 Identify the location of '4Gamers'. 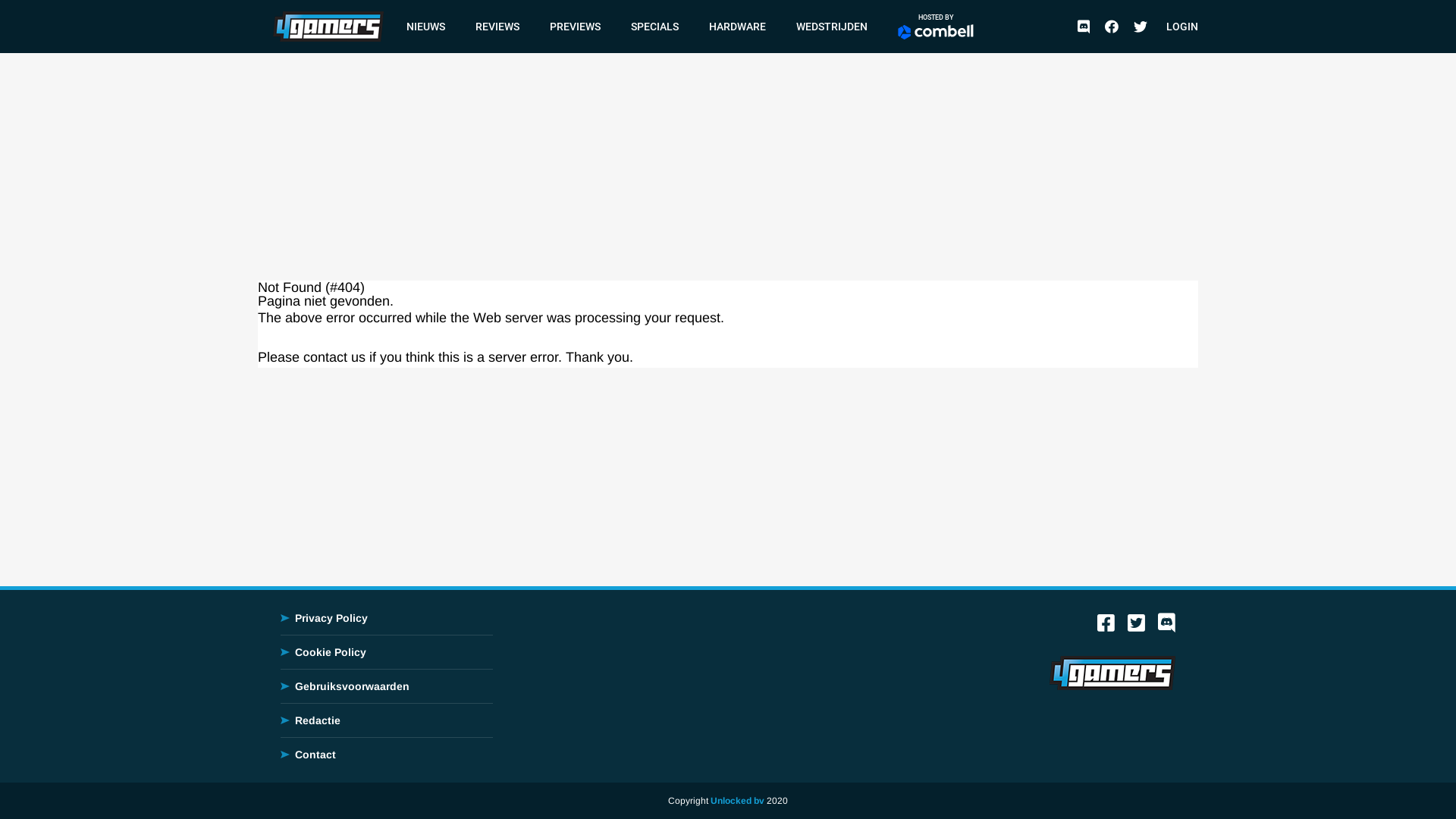
(327, 25).